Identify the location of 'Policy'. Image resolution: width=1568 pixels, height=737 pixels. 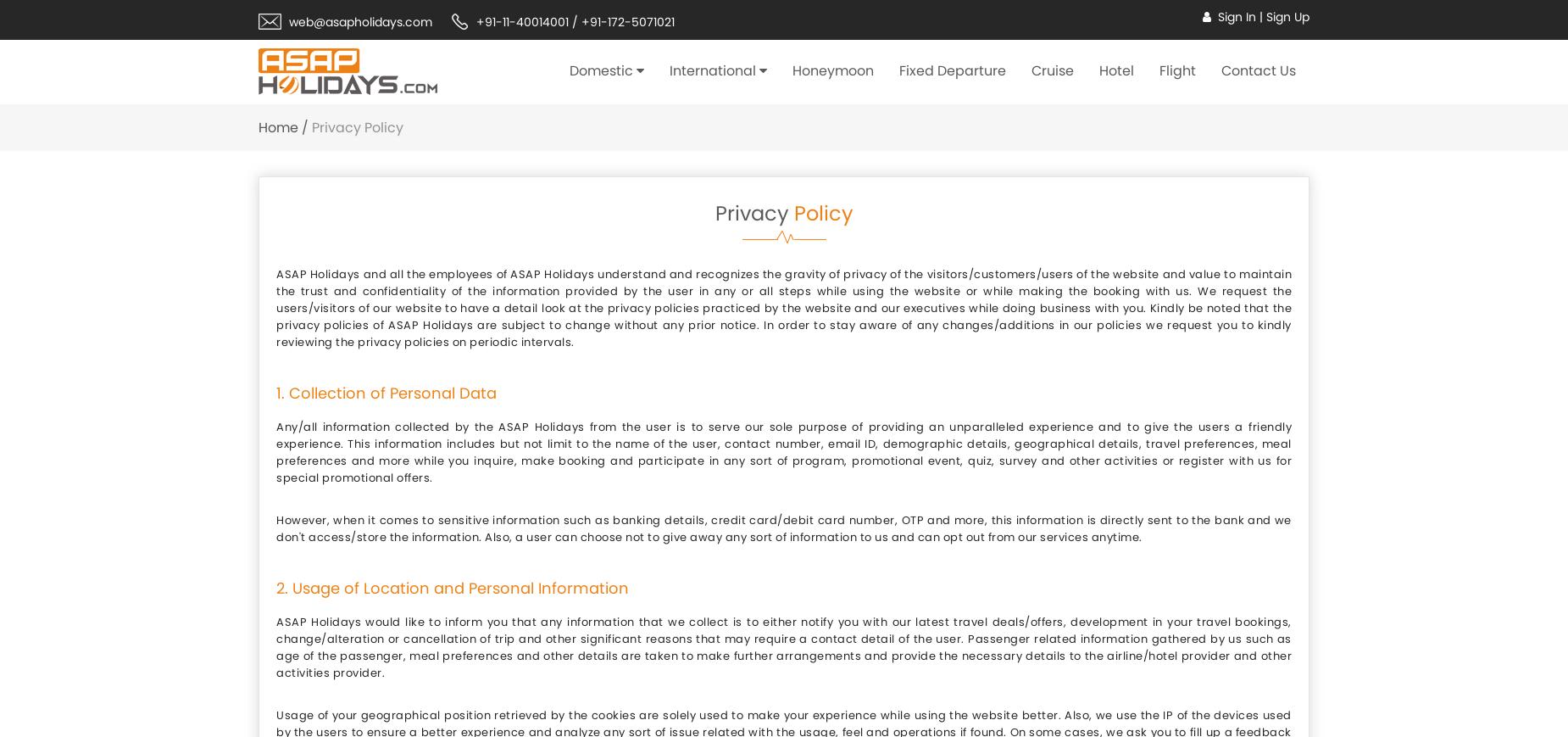
(819, 212).